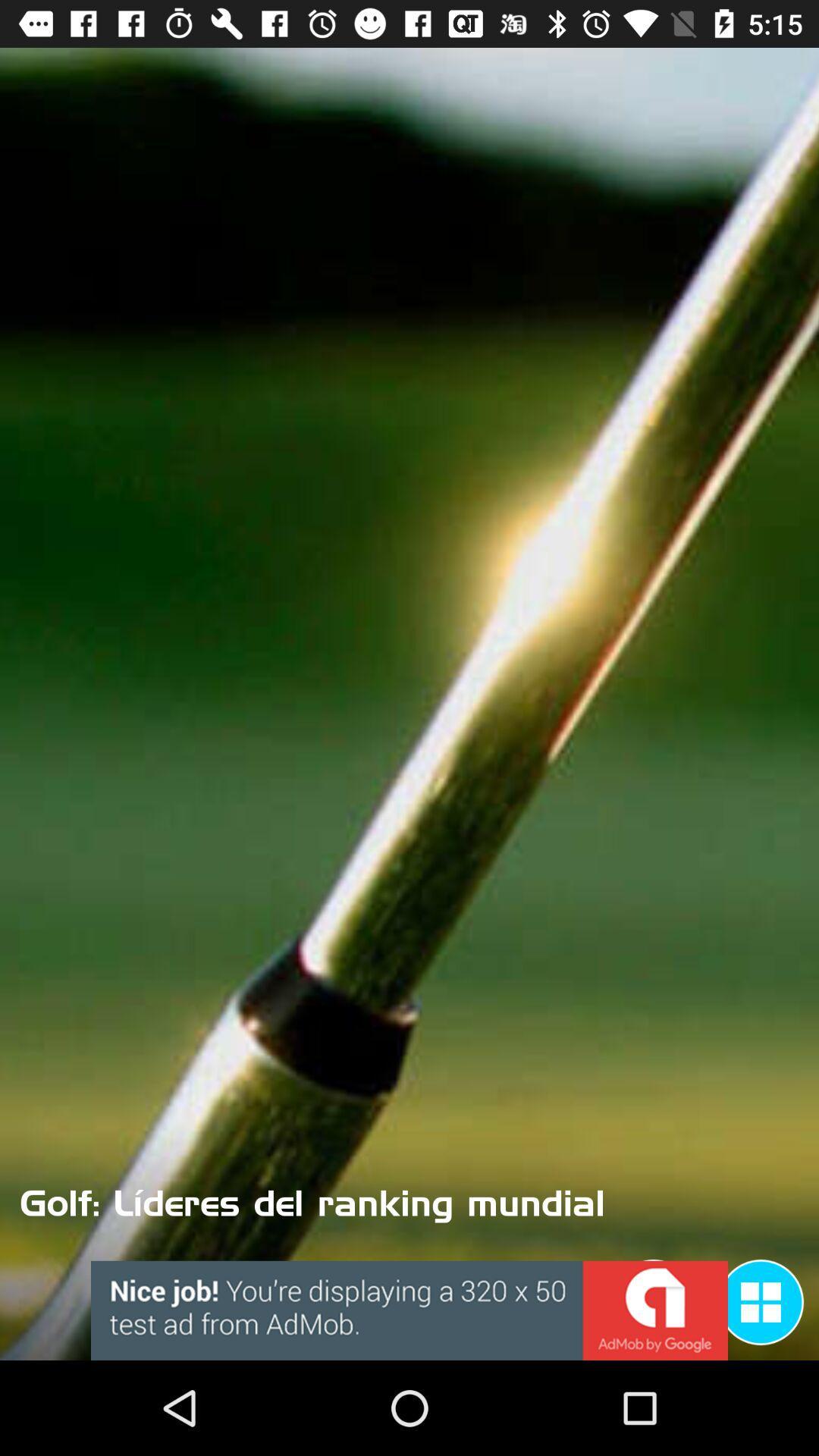 This screenshot has height=1456, width=819. I want to click on the dashboard icon, so click(761, 1301).